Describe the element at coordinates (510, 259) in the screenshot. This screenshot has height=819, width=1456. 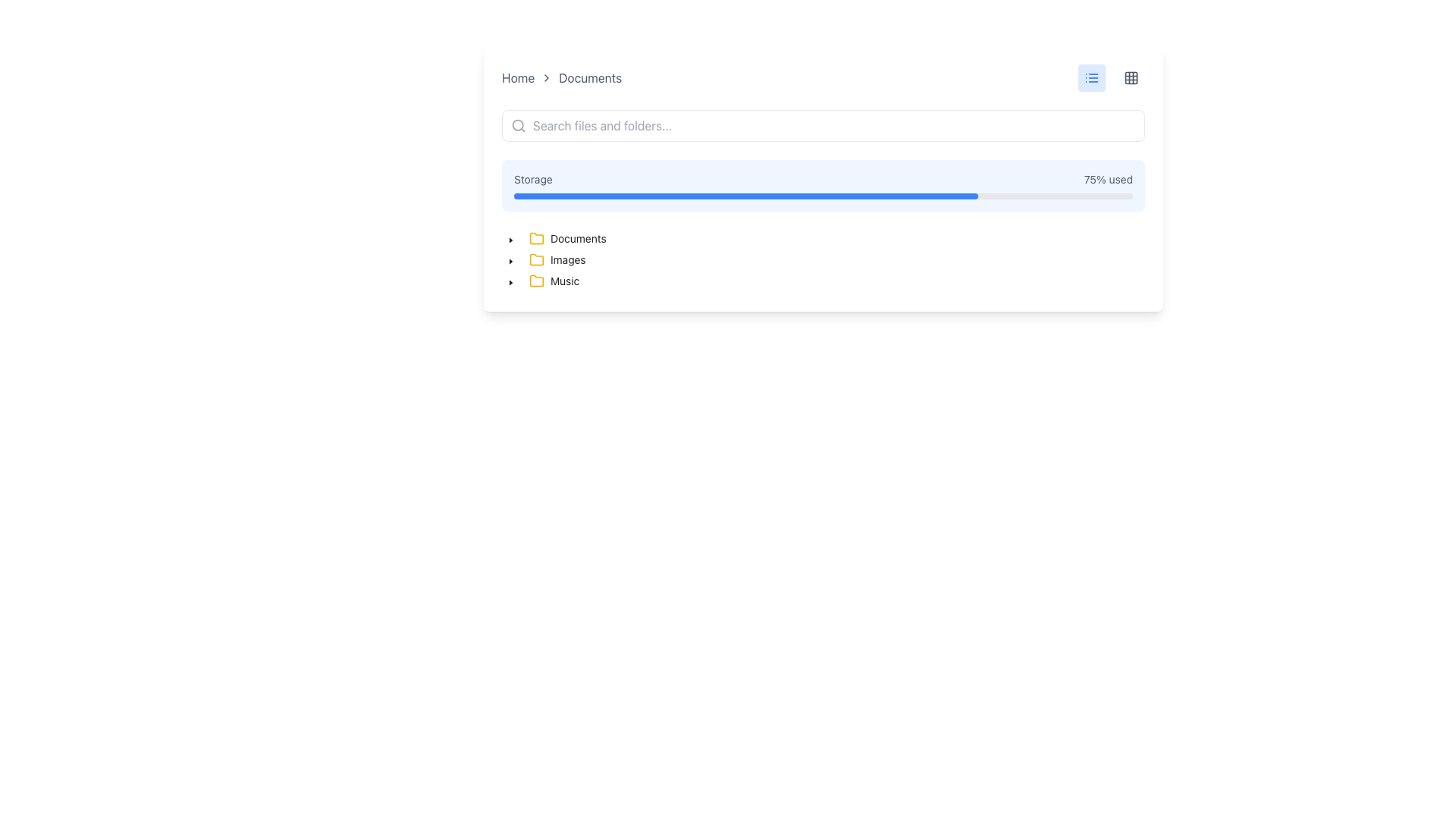
I see `the Disclosure Triangle` at that location.